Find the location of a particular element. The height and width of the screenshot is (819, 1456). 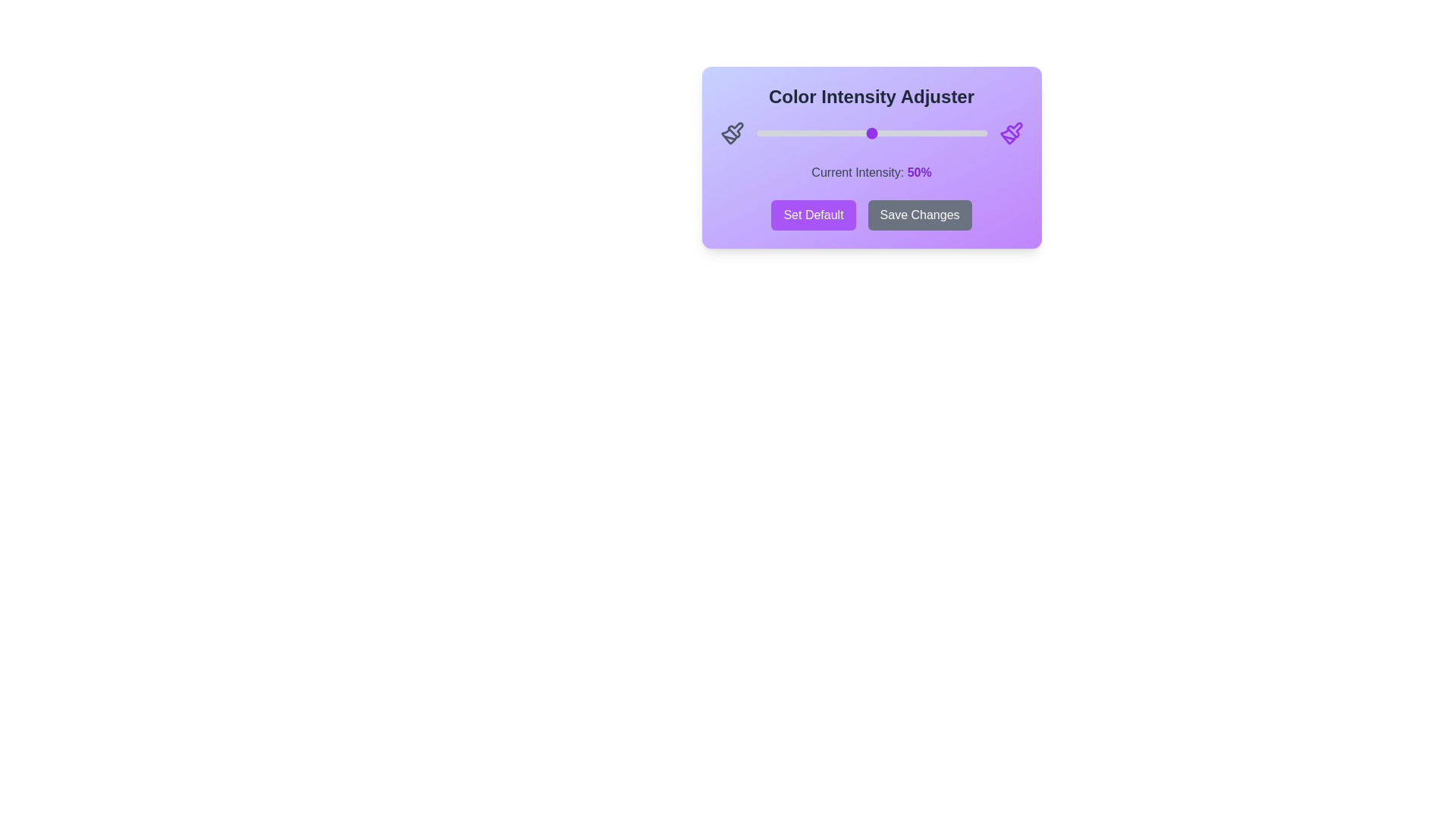

the slider to 84% to adjust the color intensity is located at coordinates (949, 133).